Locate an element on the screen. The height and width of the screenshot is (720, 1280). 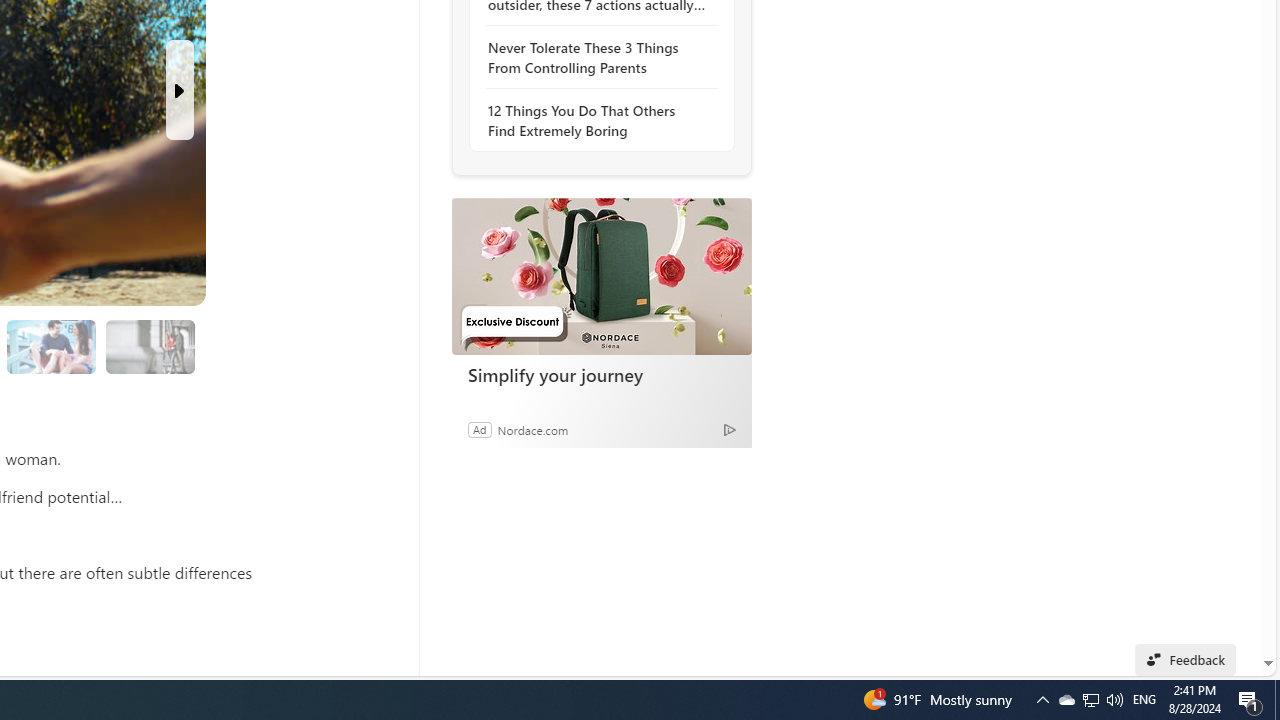
'Never Tolerate These 3 Things From Controlling Parents' is located at coordinates (595, 56).